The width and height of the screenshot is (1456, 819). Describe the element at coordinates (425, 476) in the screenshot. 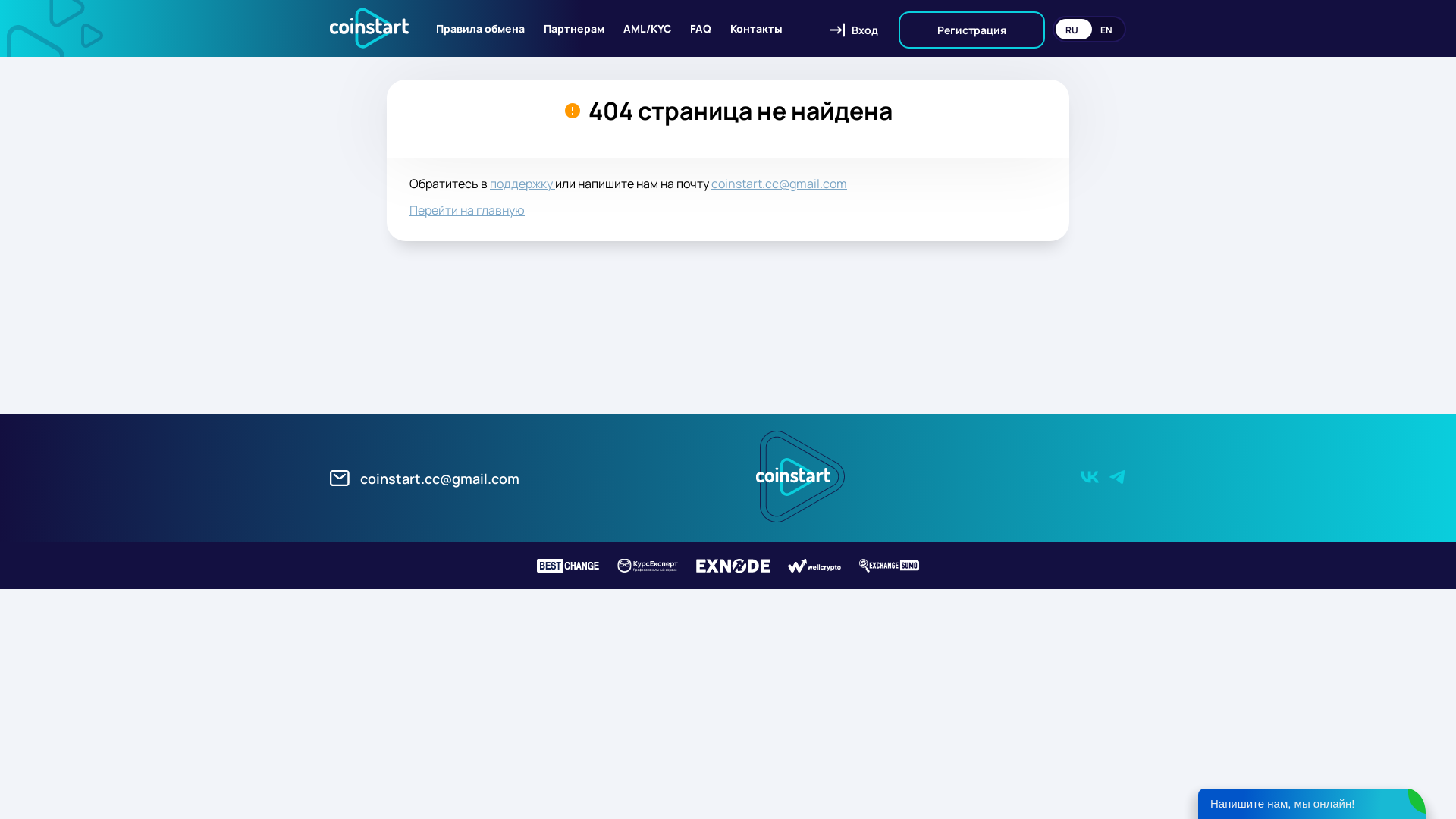

I see `'coinstart.cc@gmail.com'` at that location.